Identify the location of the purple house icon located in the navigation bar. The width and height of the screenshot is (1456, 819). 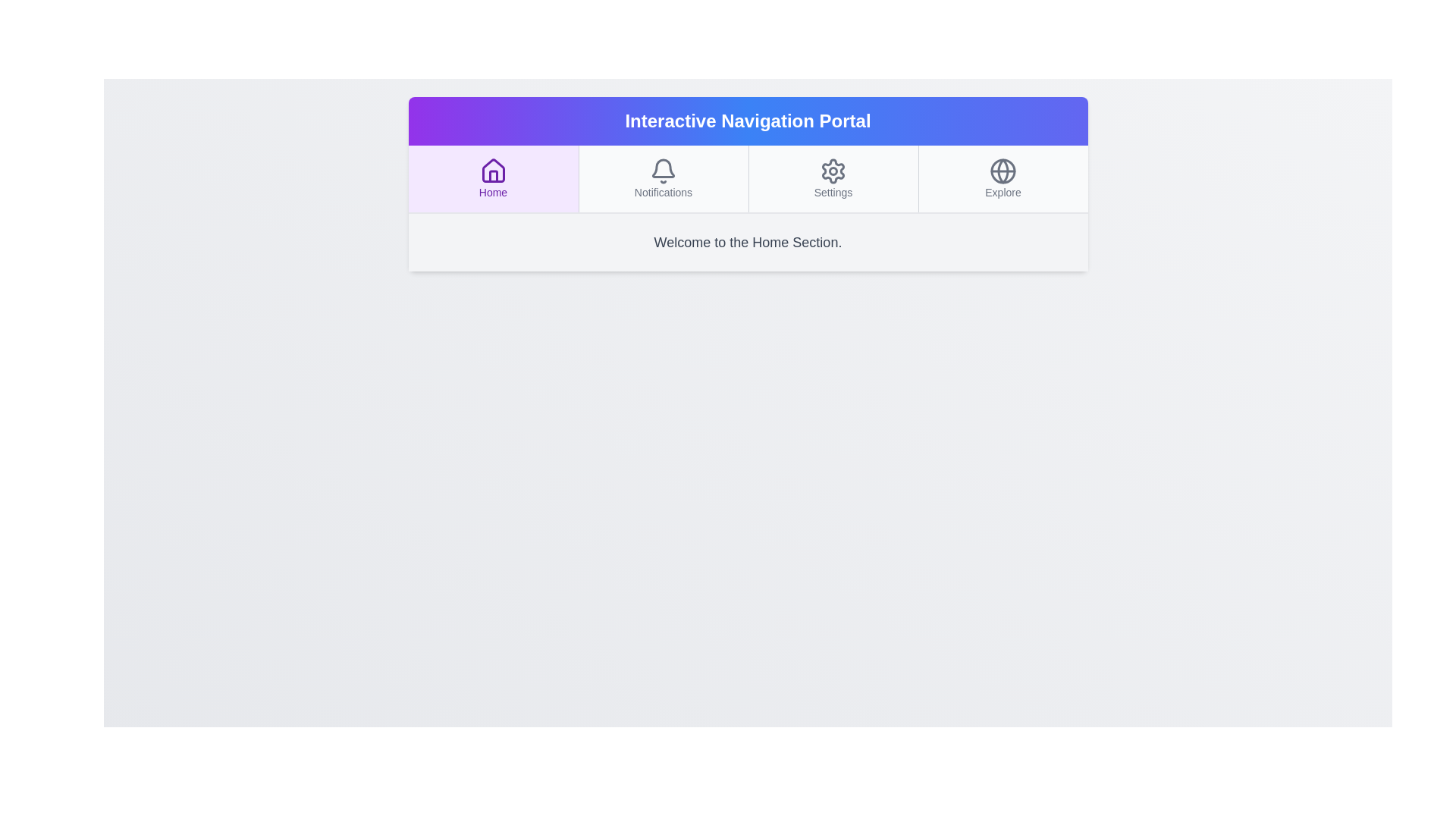
(493, 171).